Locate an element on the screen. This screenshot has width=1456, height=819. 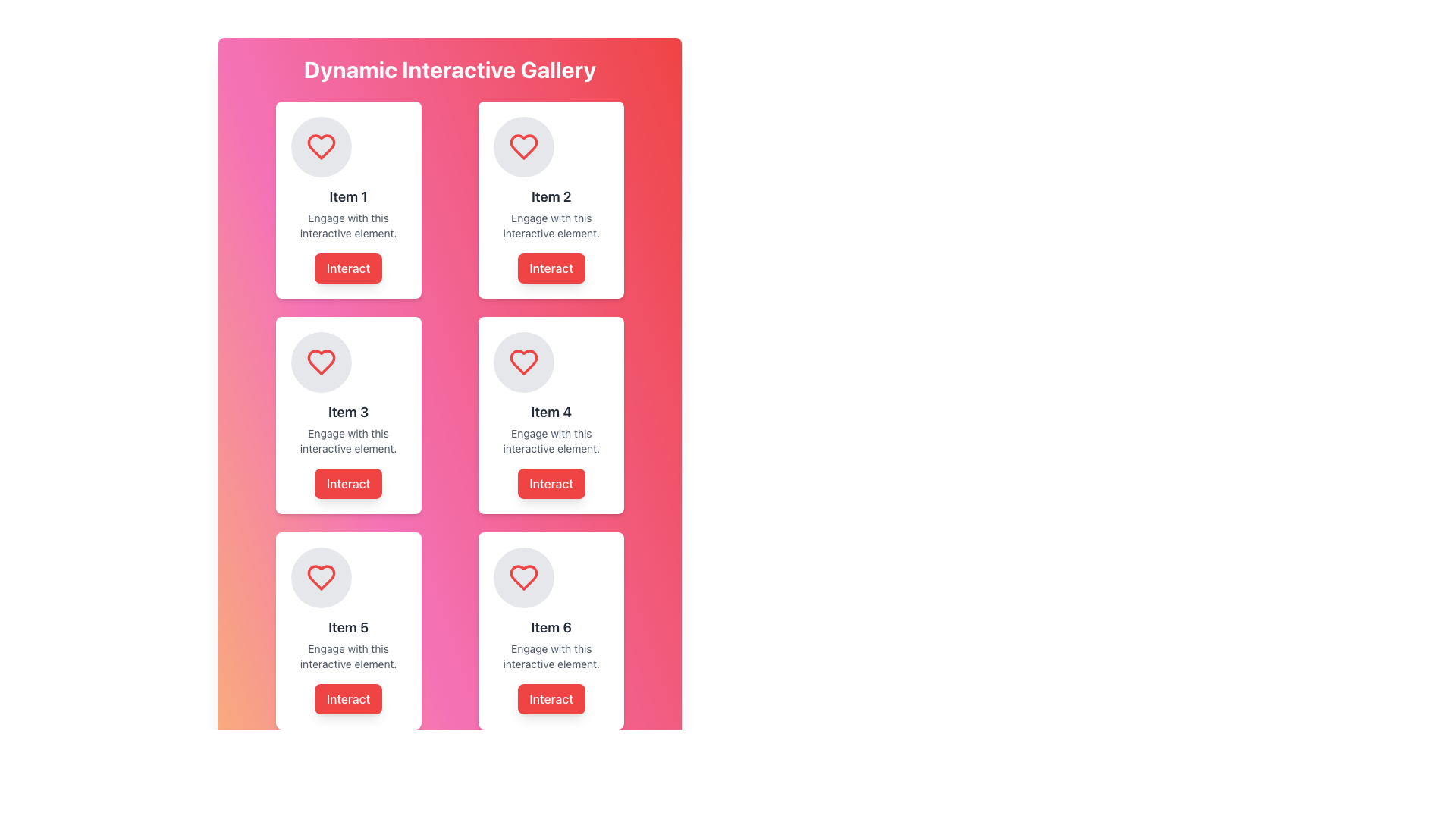
the bold text label 'Item 4' which is part of a card-like component in a grid layout, positioned below a circular red heart icon is located at coordinates (551, 412).